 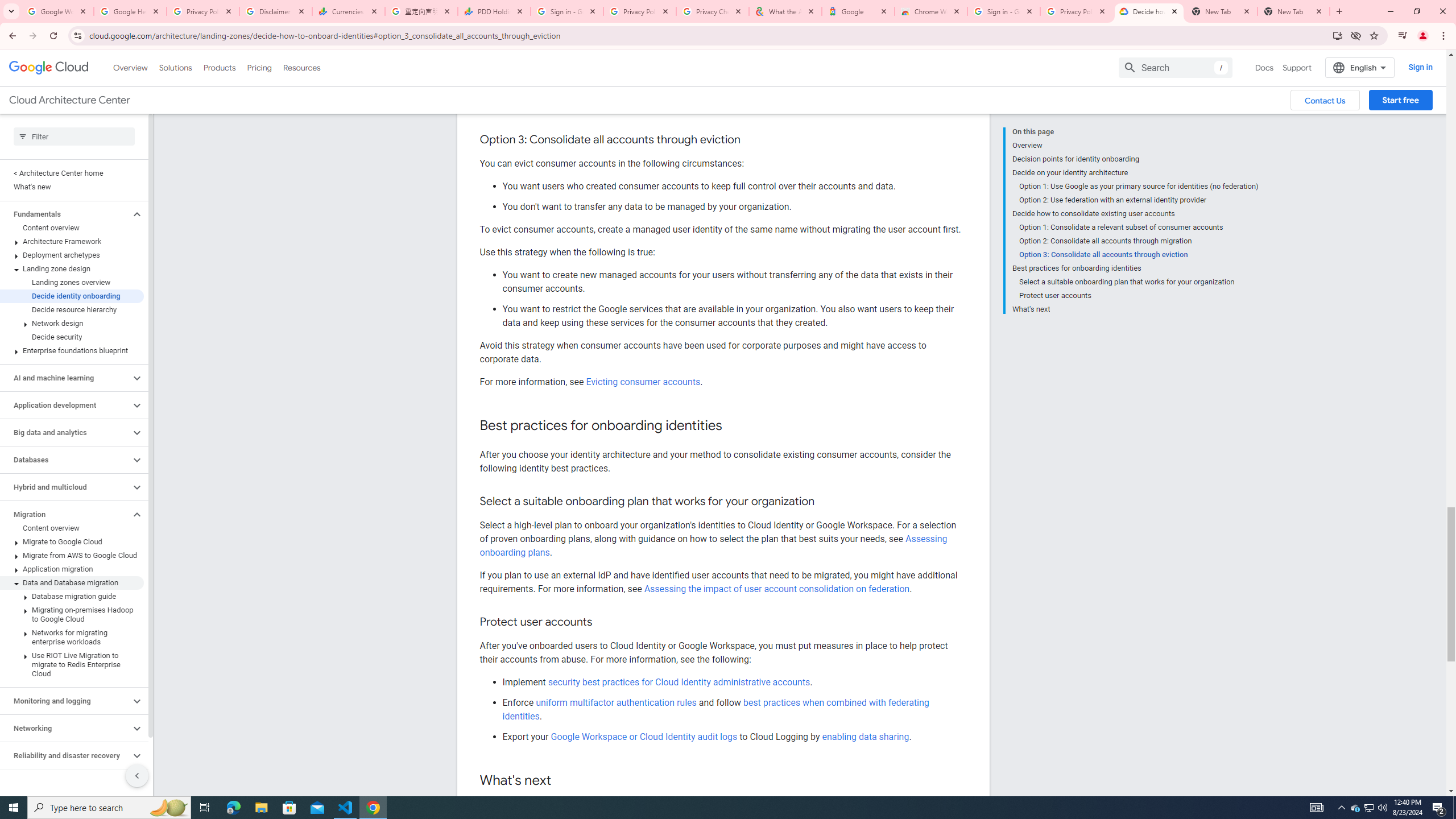 I want to click on 'Search', so click(x=1174, y=67).